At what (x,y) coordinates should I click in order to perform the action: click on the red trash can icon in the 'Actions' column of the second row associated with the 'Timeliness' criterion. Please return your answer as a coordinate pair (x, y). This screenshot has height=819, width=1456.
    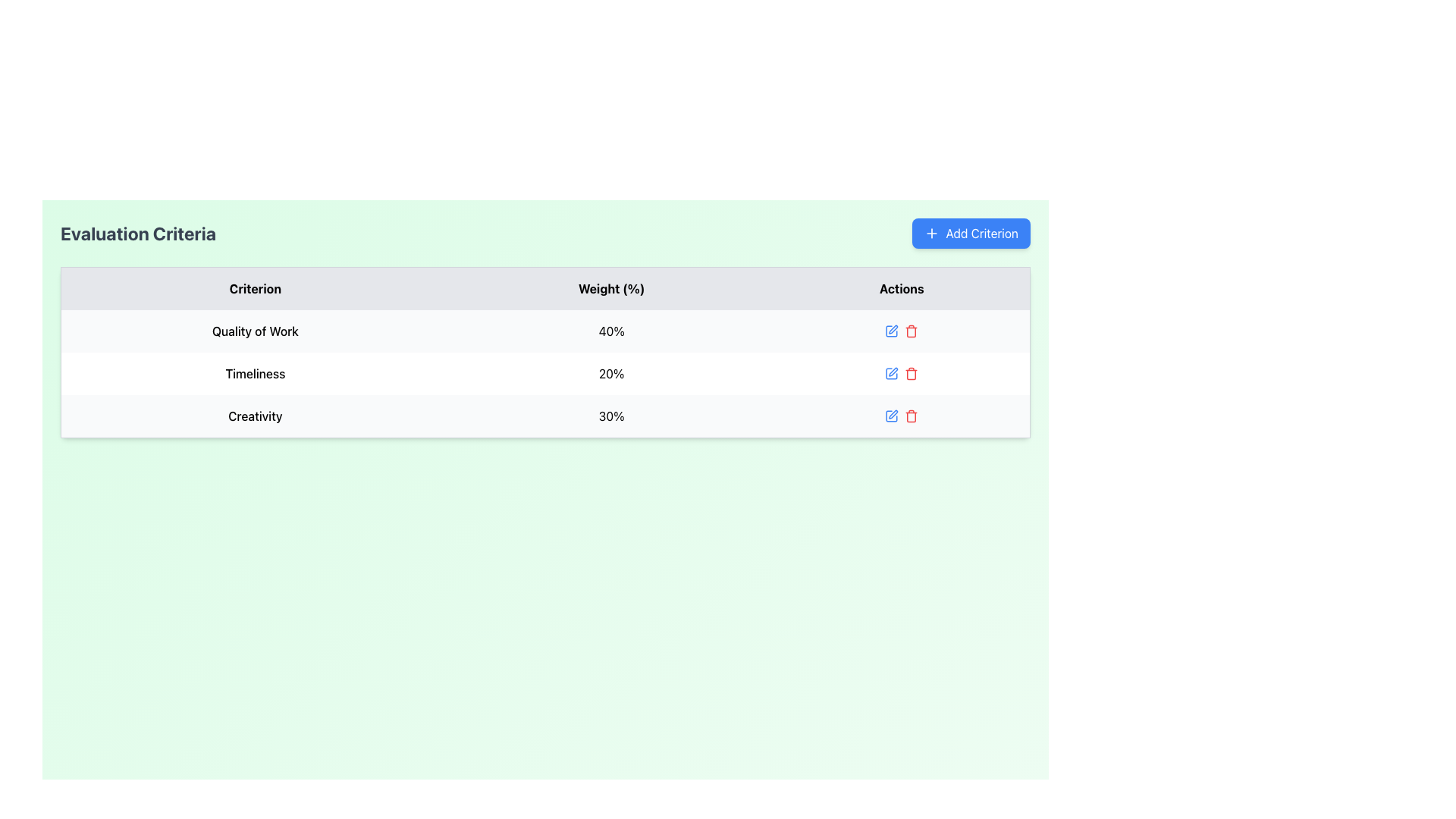
    Looking at the image, I should click on (911, 374).